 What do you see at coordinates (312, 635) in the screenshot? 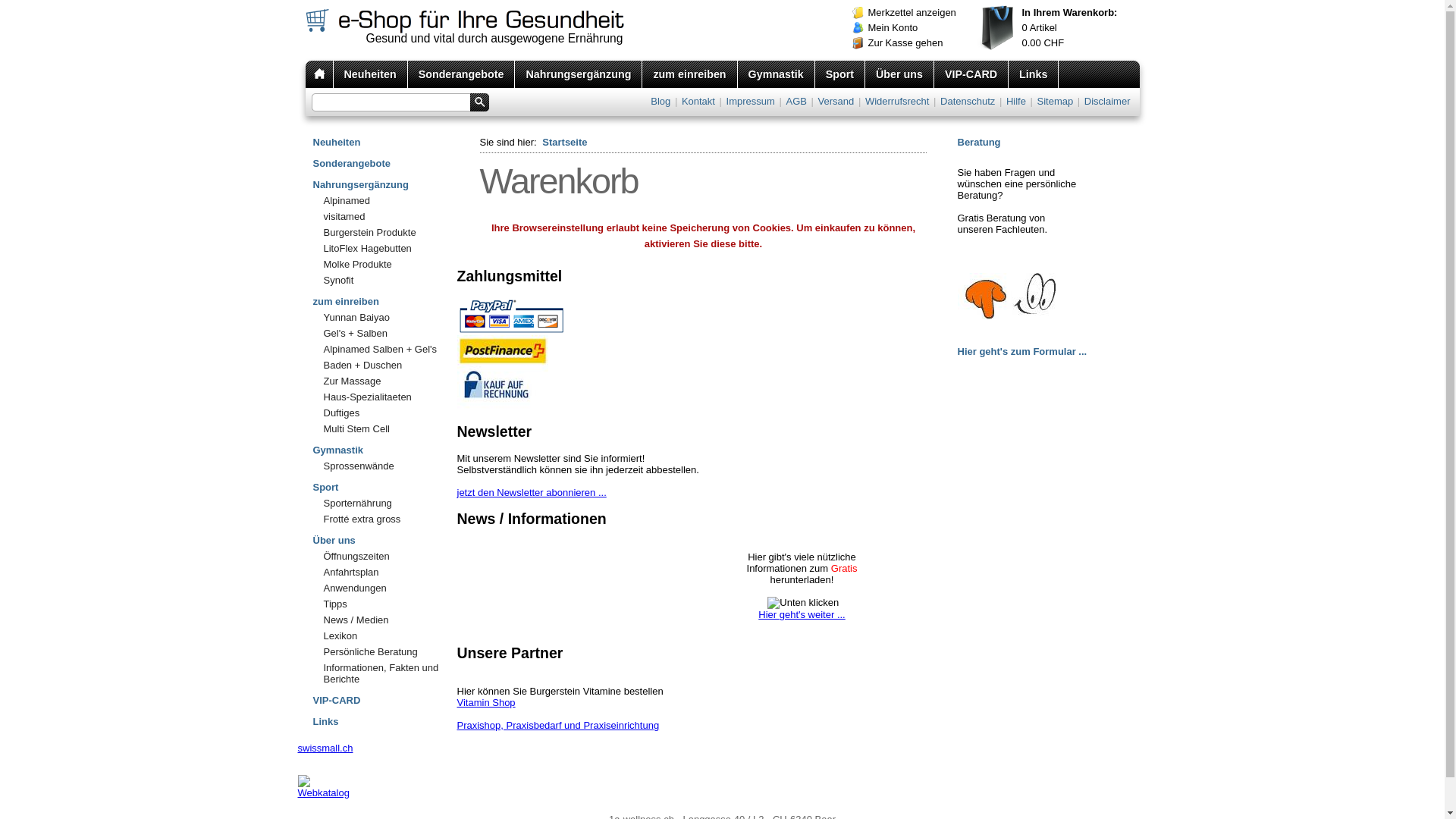
I see `'Lexikon'` at bounding box center [312, 635].